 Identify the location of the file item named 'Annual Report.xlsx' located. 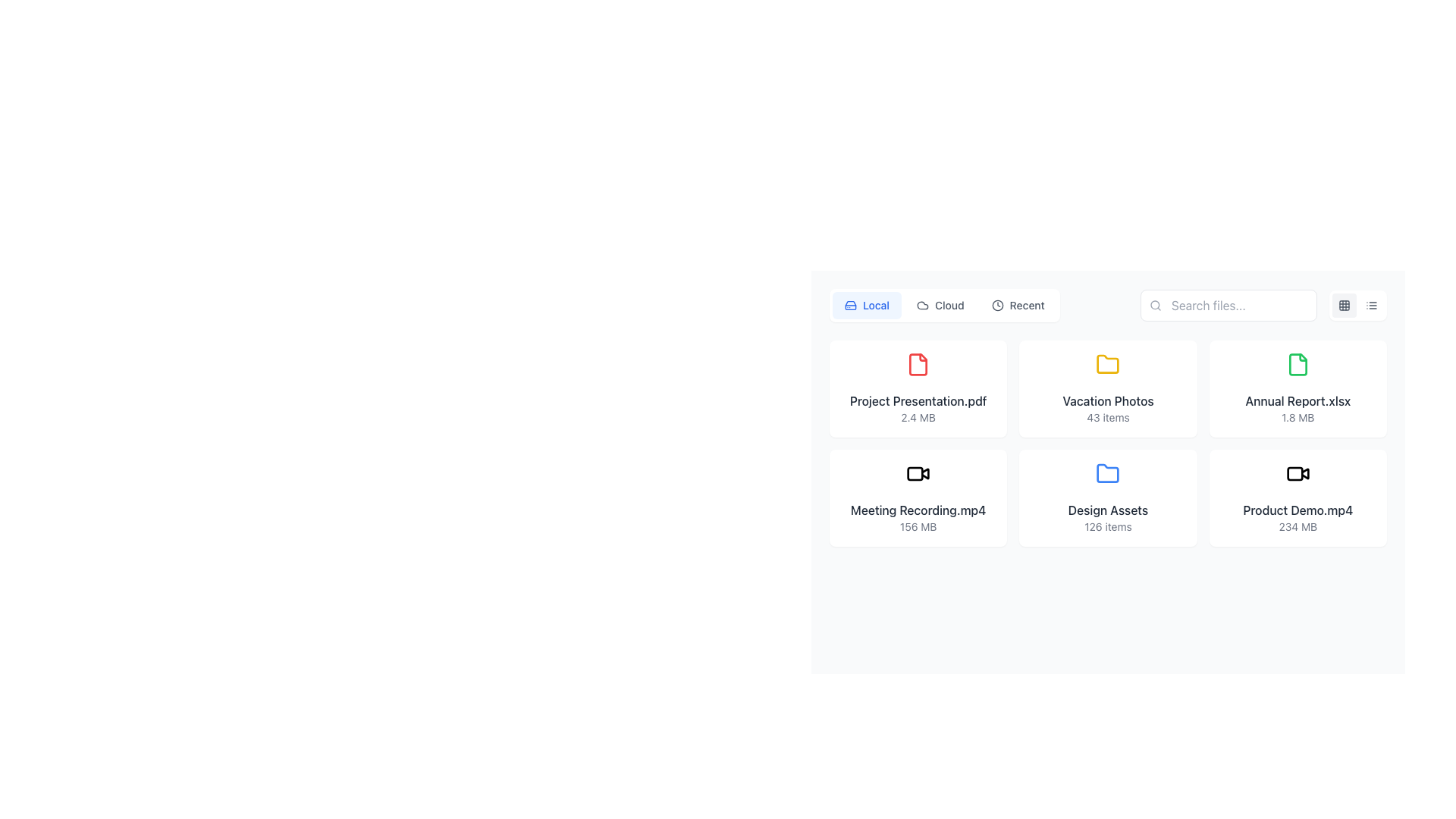
(1297, 388).